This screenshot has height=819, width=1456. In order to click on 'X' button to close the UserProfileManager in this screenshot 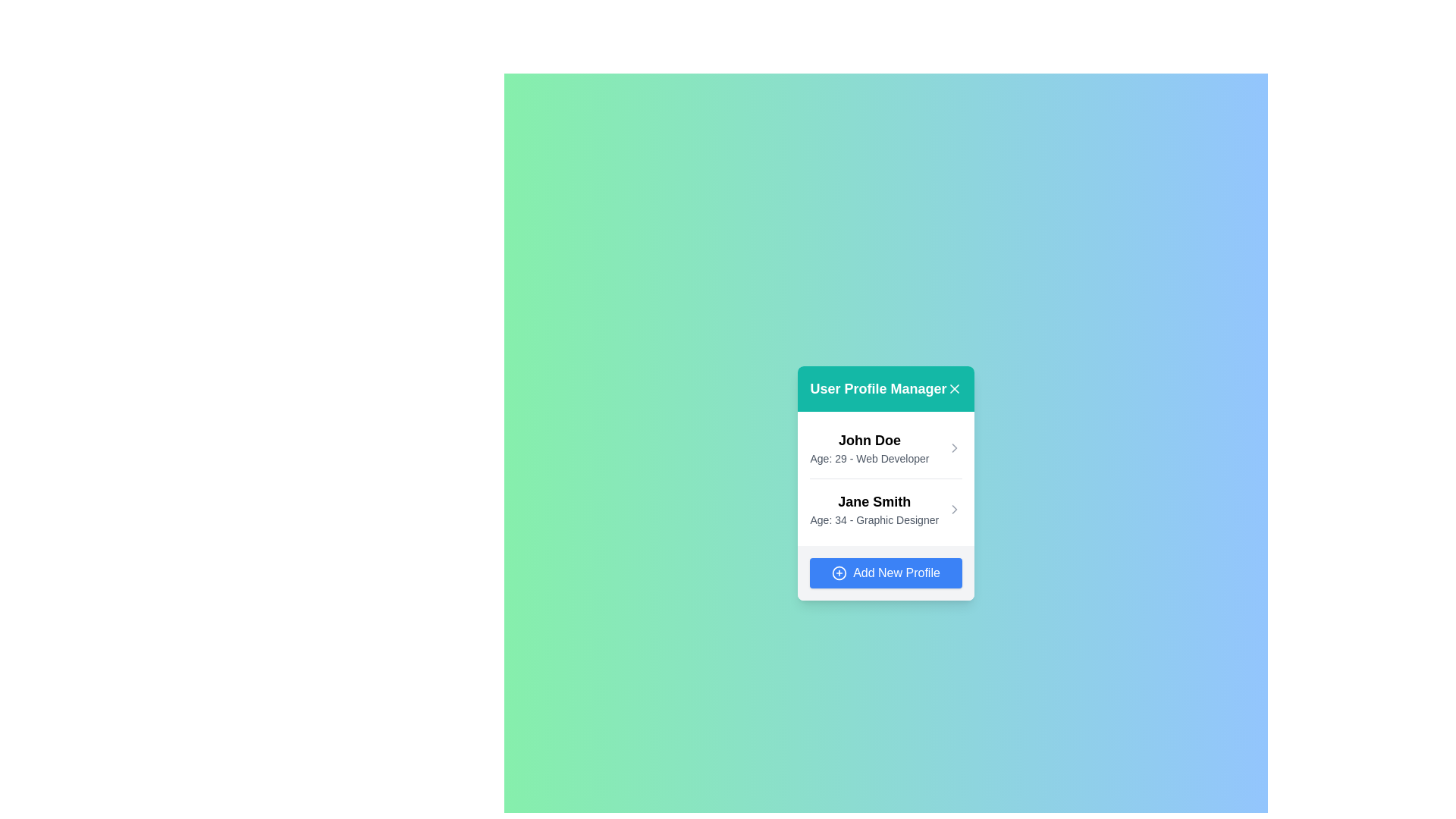, I will do `click(953, 388)`.